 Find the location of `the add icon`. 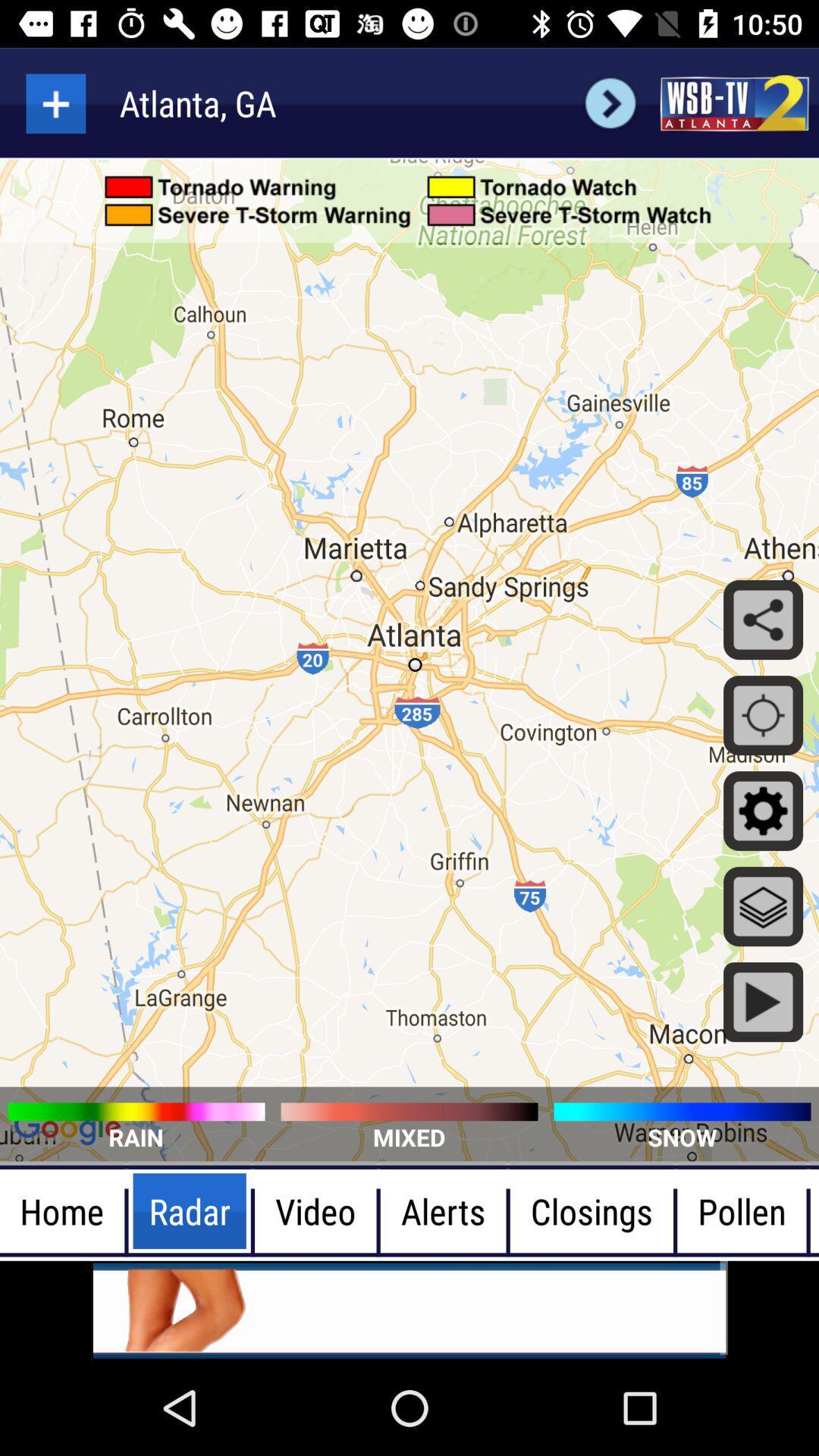

the add icon is located at coordinates (55, 102).